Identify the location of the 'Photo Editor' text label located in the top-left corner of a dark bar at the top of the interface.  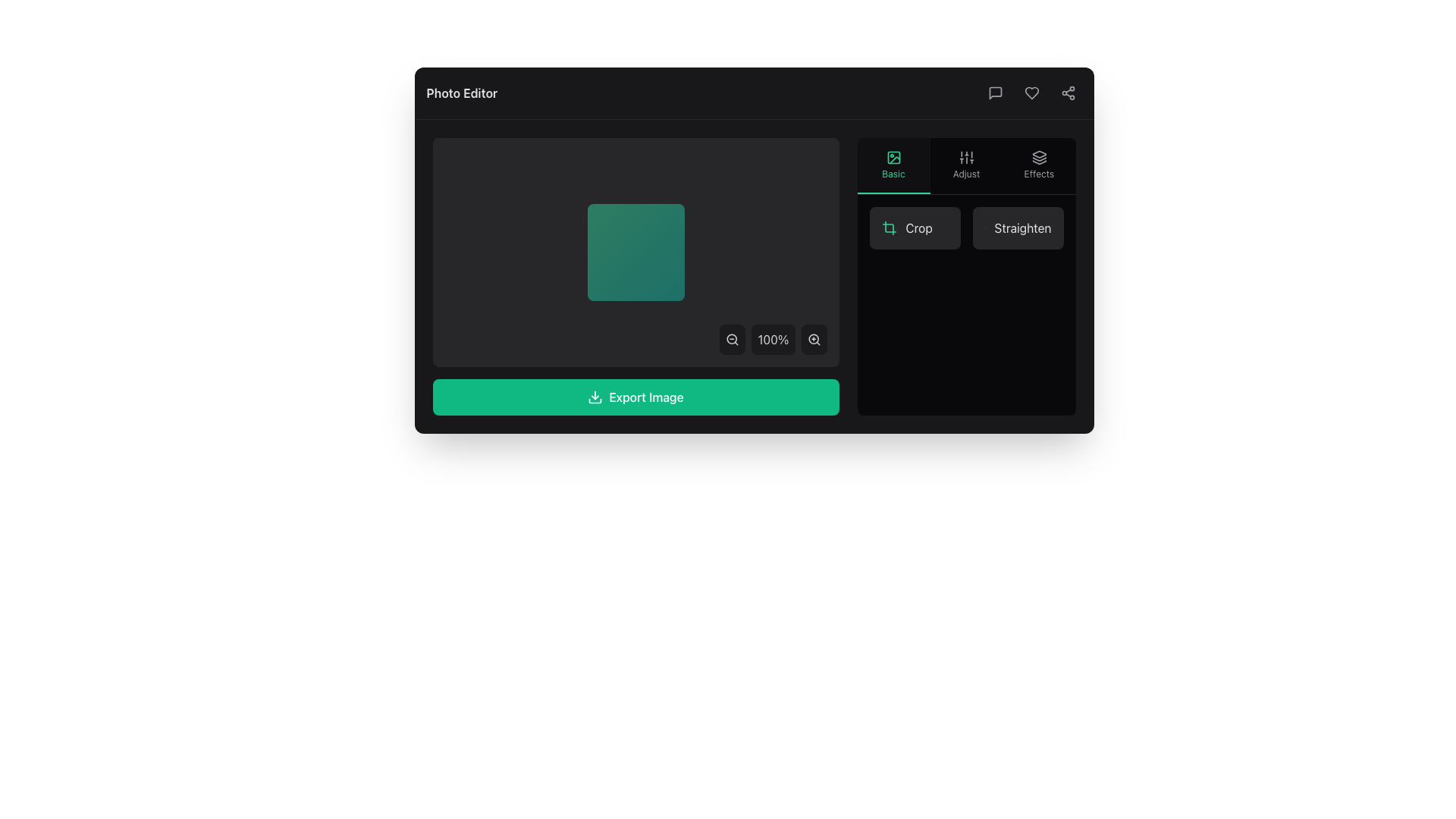
(461, 93).